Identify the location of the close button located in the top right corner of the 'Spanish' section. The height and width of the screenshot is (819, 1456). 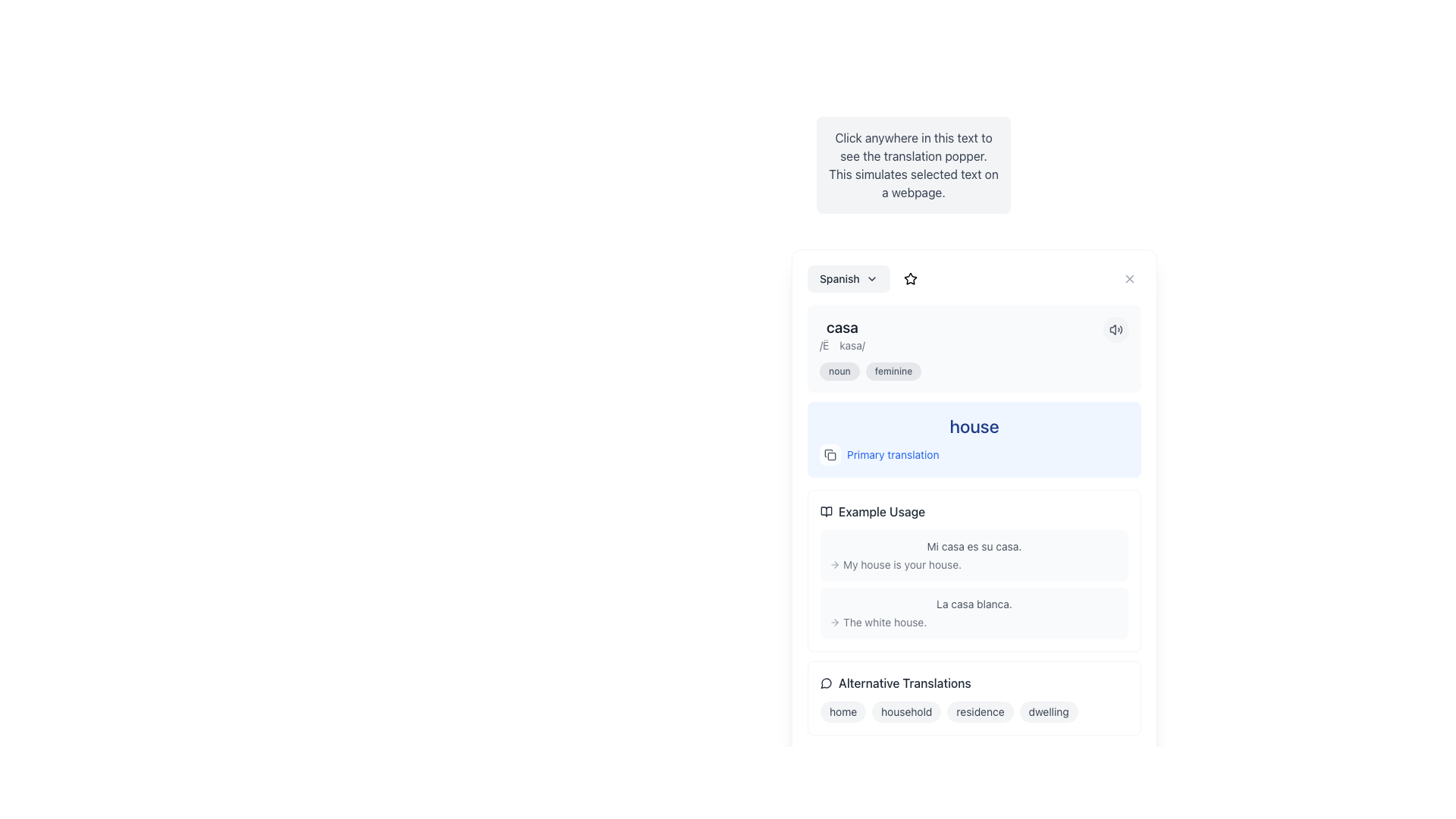
(1129, 278).